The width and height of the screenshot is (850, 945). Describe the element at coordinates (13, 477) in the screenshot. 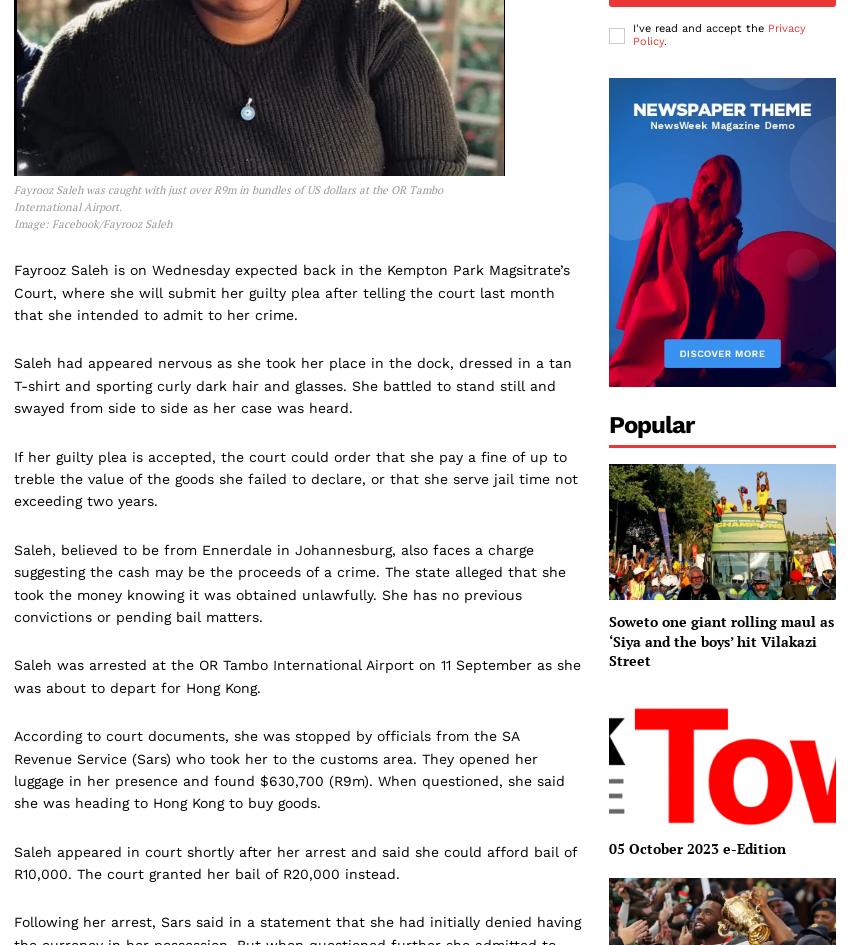

I see `'If her guilty plea is accepted‚ the court could order that she pay a fine of up to treble the value of the goods she failed to declare‚ or that she serve jail time not exceeding two years.'` at that location.